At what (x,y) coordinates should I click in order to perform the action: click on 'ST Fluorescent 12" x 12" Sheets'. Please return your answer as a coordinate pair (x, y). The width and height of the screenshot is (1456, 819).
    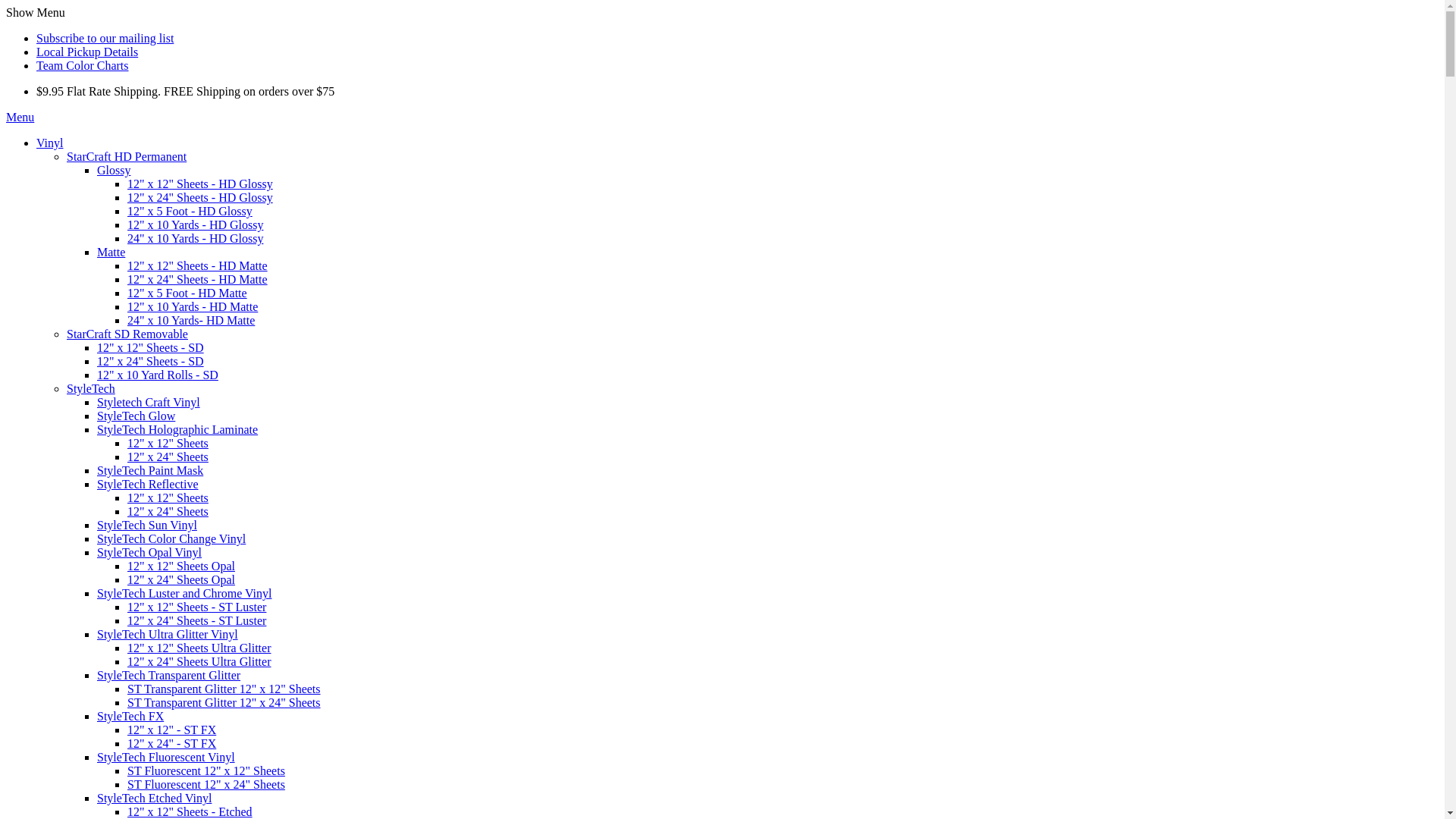
    Looking at the image, I should click on (206, 770).